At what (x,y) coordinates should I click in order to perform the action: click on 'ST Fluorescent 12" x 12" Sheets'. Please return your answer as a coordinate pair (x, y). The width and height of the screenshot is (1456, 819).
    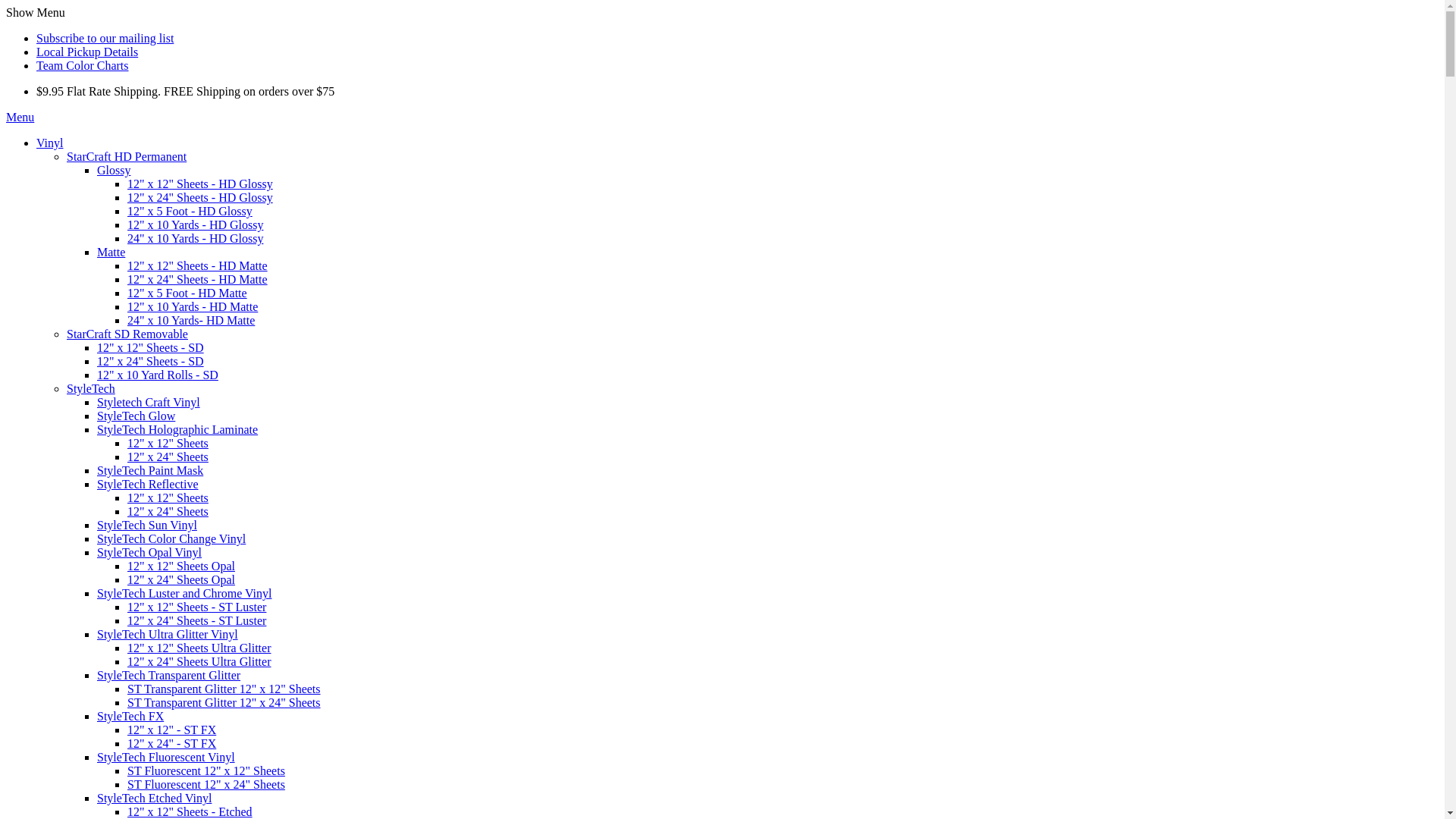
    Looking at the image, I should click on (206, 770).